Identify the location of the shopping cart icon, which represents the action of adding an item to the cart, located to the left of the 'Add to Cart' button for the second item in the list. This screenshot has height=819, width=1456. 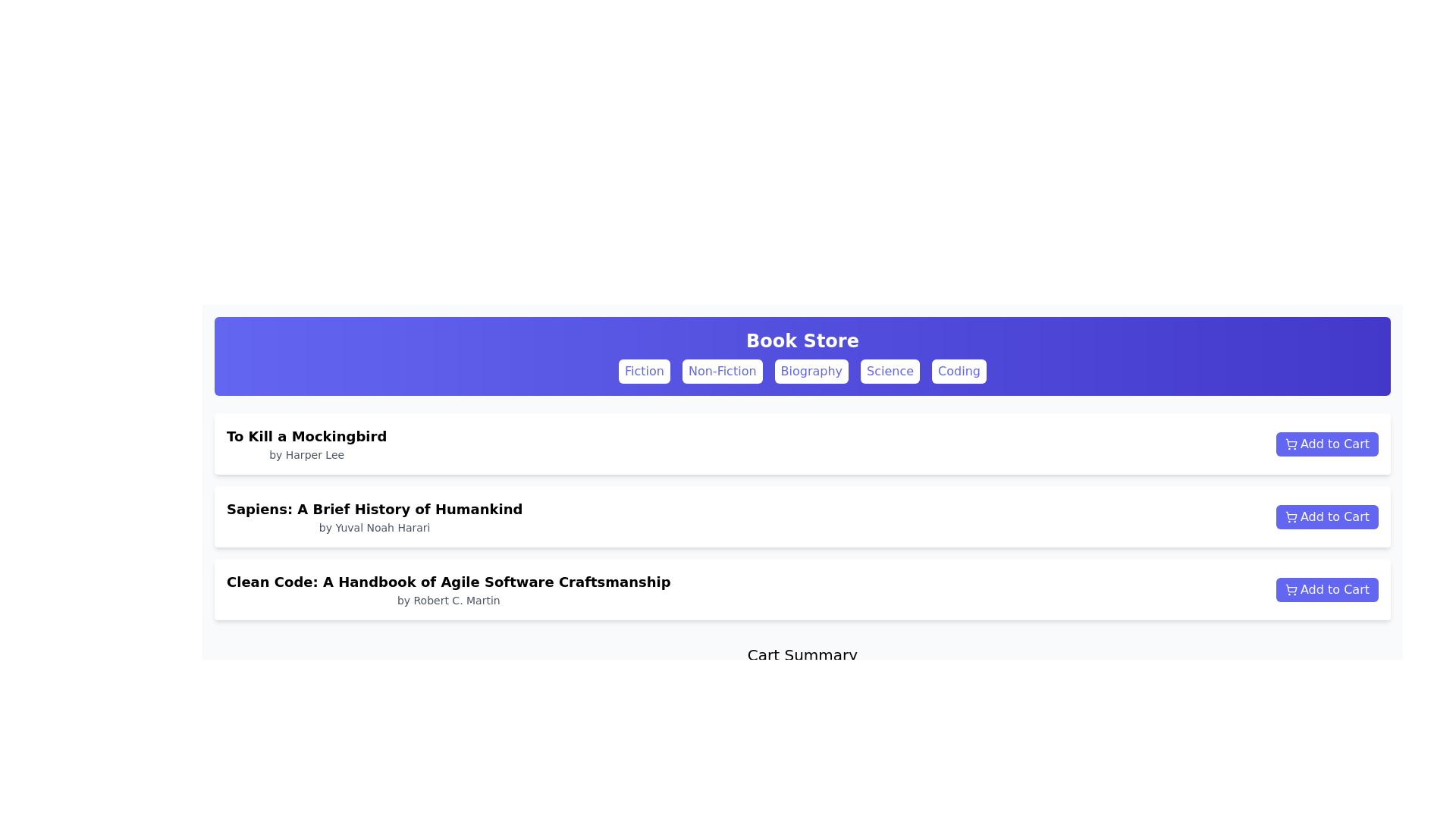
(1290, 514).